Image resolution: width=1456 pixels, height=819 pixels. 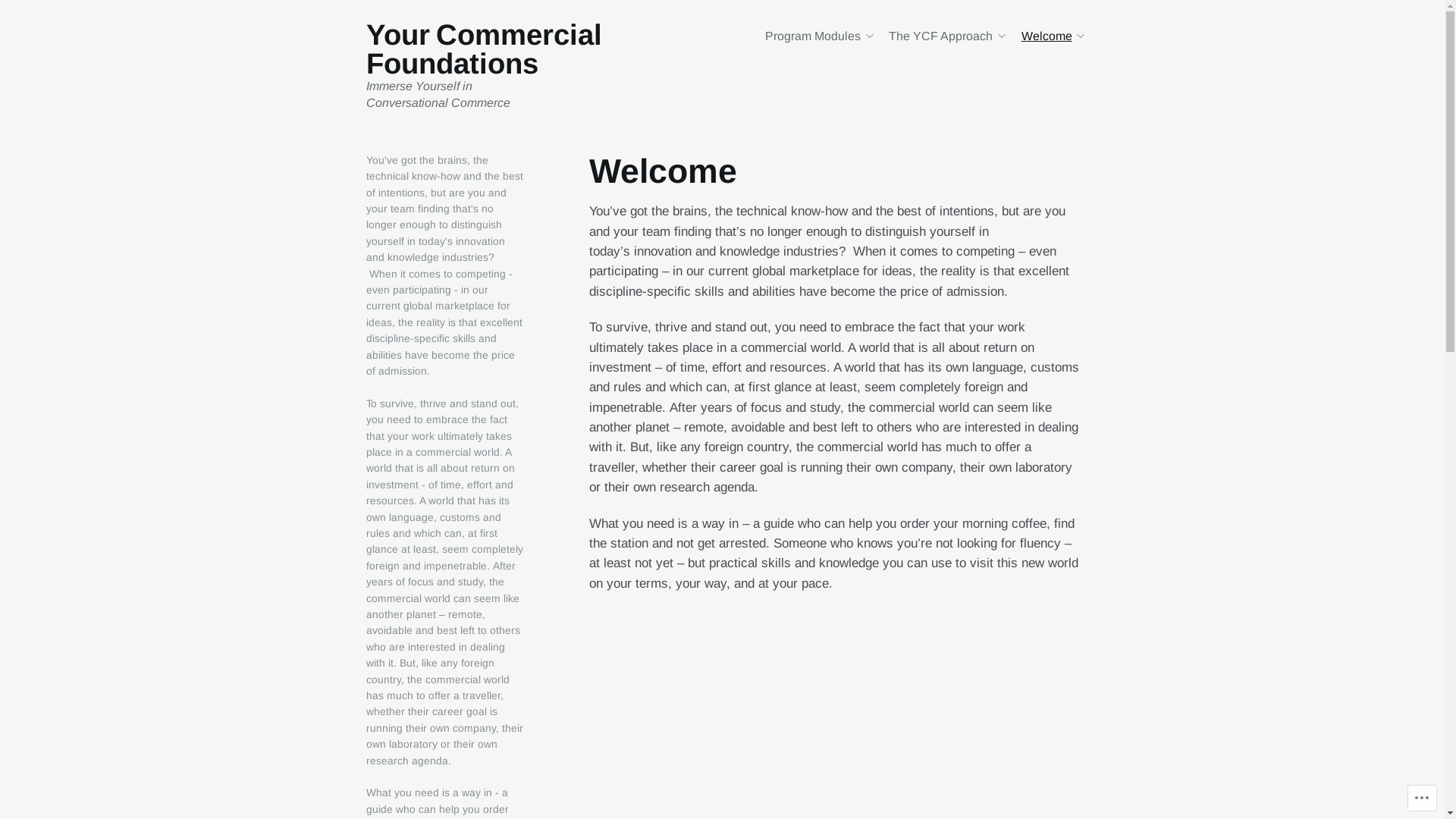 What do you see at coordinates (818, 35) in the screenshot?
I see `'Program Modules'` at bounding box center [818, 35].